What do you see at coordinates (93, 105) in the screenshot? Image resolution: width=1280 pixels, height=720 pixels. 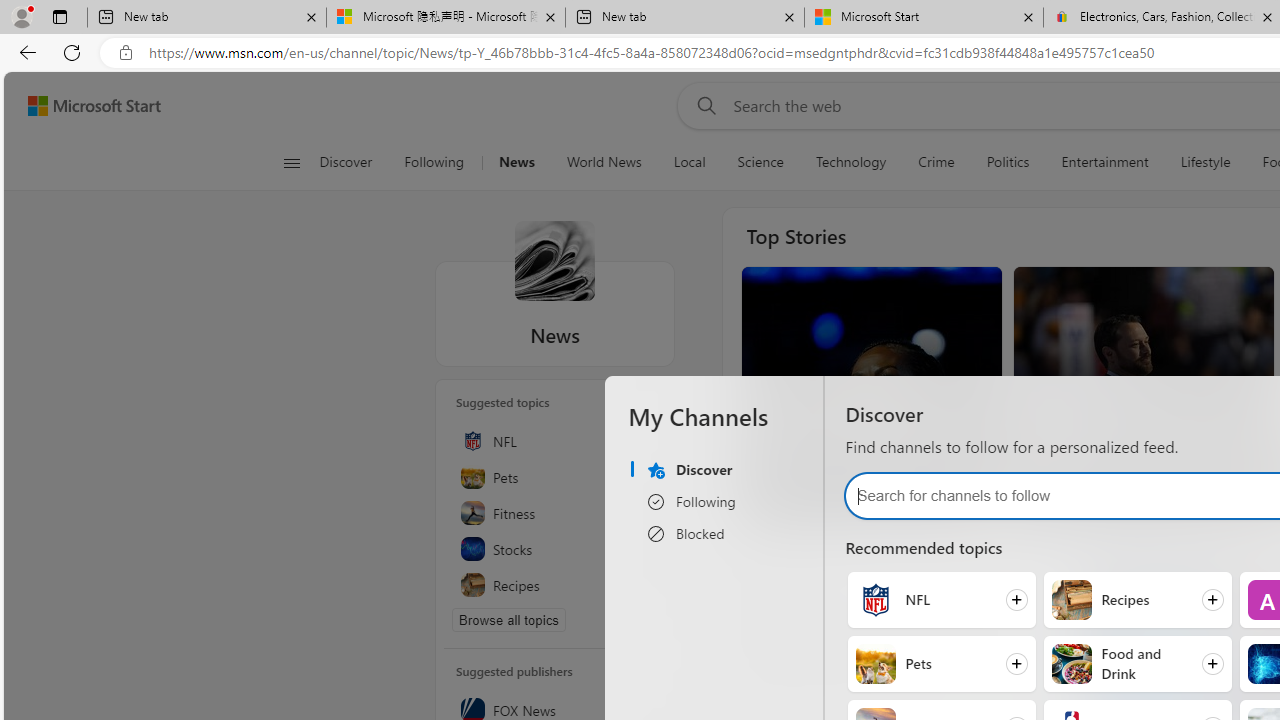 I see `'Microsoft Start'` at bounding box center [93, 105].